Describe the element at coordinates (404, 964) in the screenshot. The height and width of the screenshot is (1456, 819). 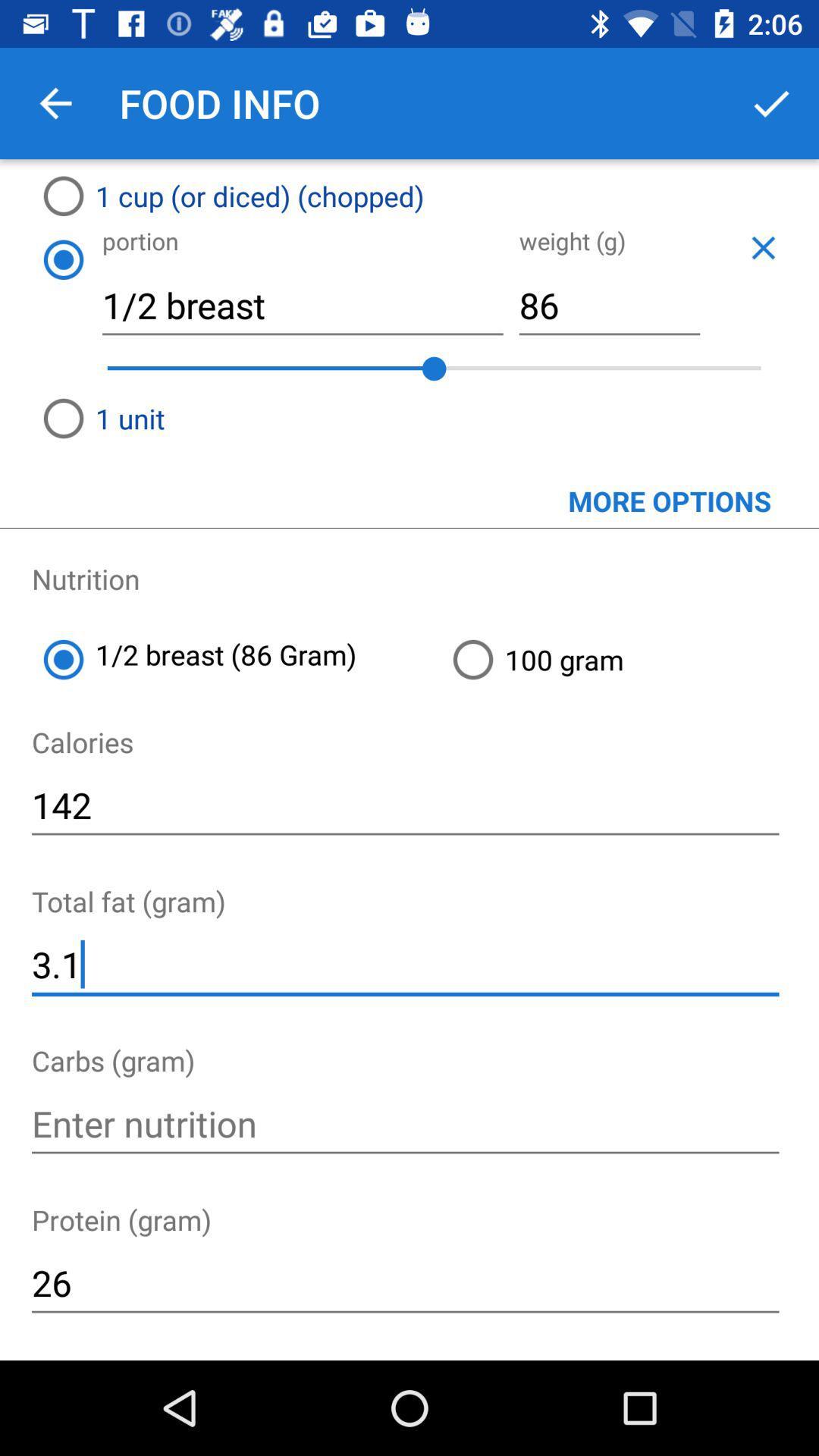
I see `item above the carbs (gram)` at that location.